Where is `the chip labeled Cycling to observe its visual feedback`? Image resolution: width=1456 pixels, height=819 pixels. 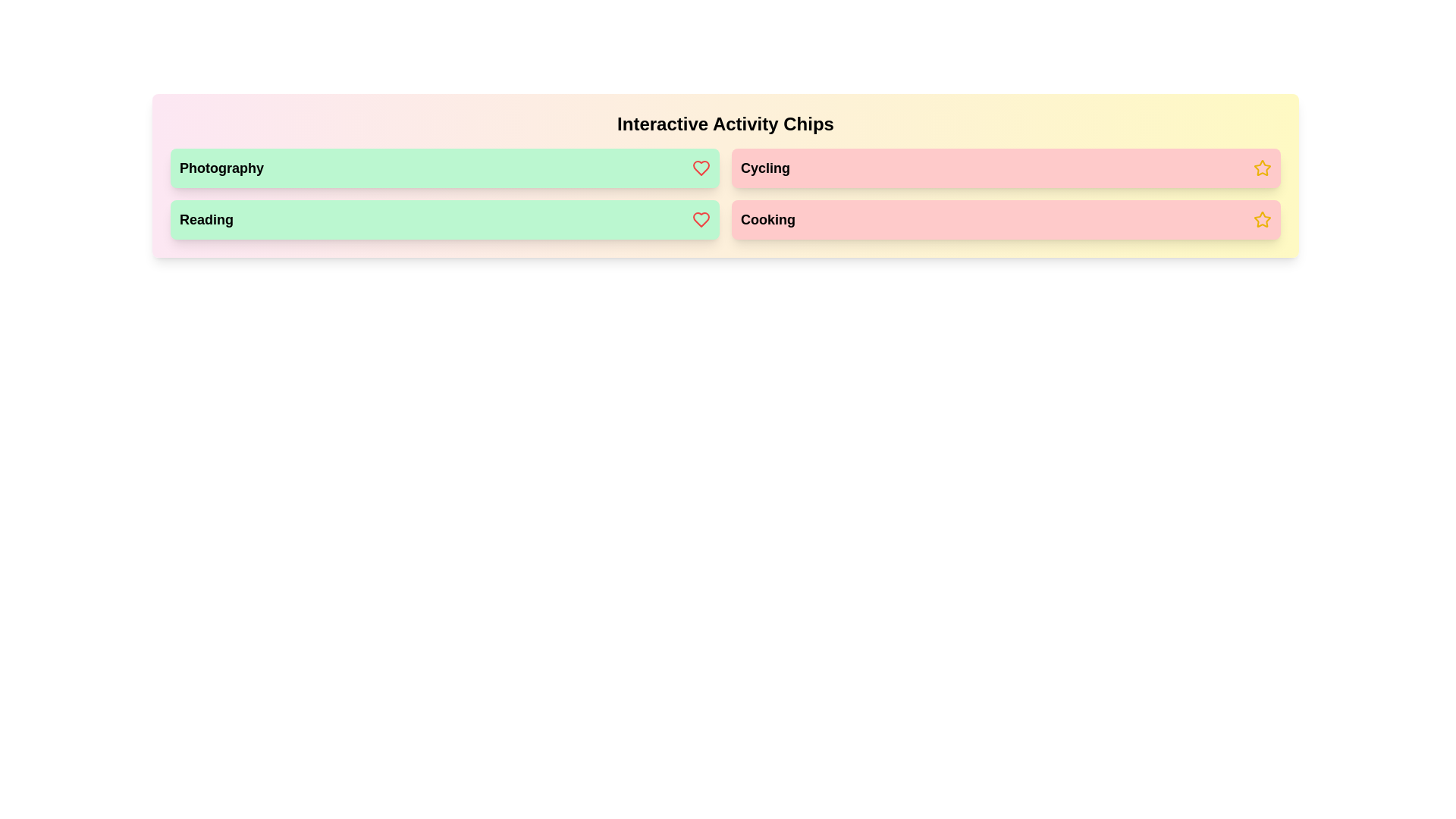 the chip labeled Cycling to observe its visual feedback is located at coordinates (1006, 168).